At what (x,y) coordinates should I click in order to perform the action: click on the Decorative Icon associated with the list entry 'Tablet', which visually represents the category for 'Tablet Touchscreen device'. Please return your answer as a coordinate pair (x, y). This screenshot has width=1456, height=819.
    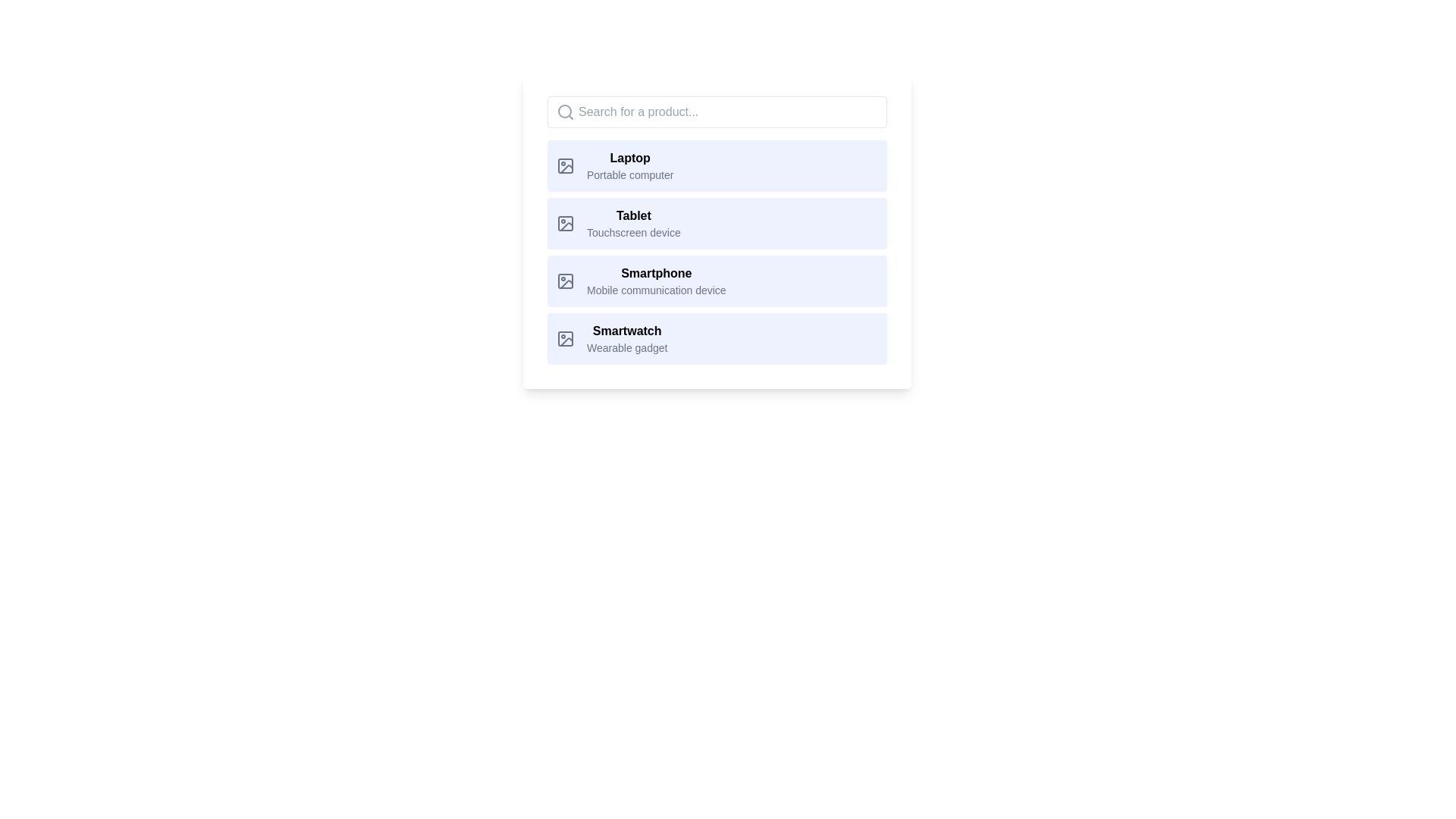
    Looking at the image, I should click on (564, 223).